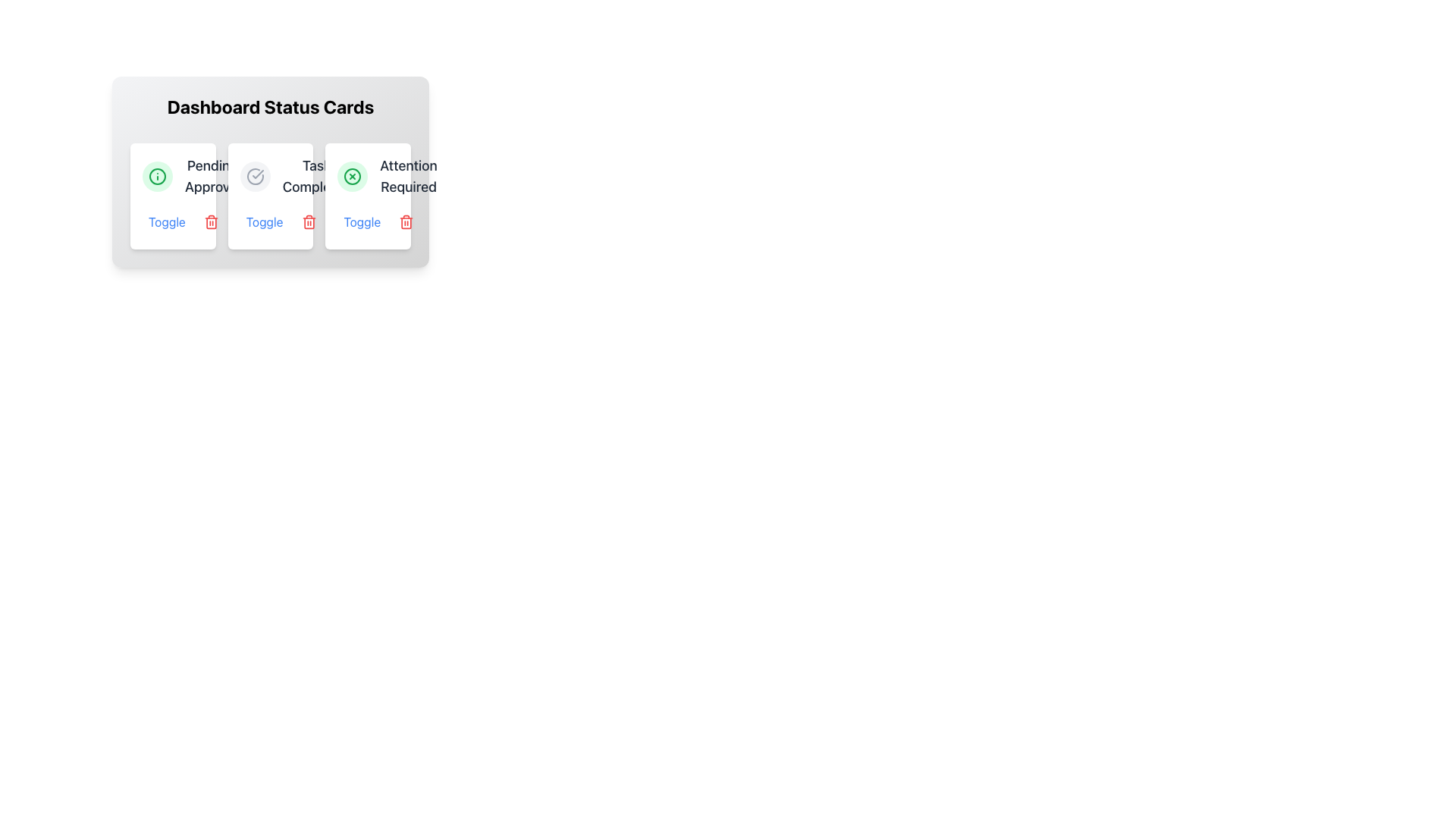 The image size is (1456, 819). What do you see at coordinates (173, 222) in the screenshot?
I see `the button located under the 'Pending Approval' text and a green circular icon in the first card of the 'Dashboard Status Cards'` at bounding box center [173, 222].